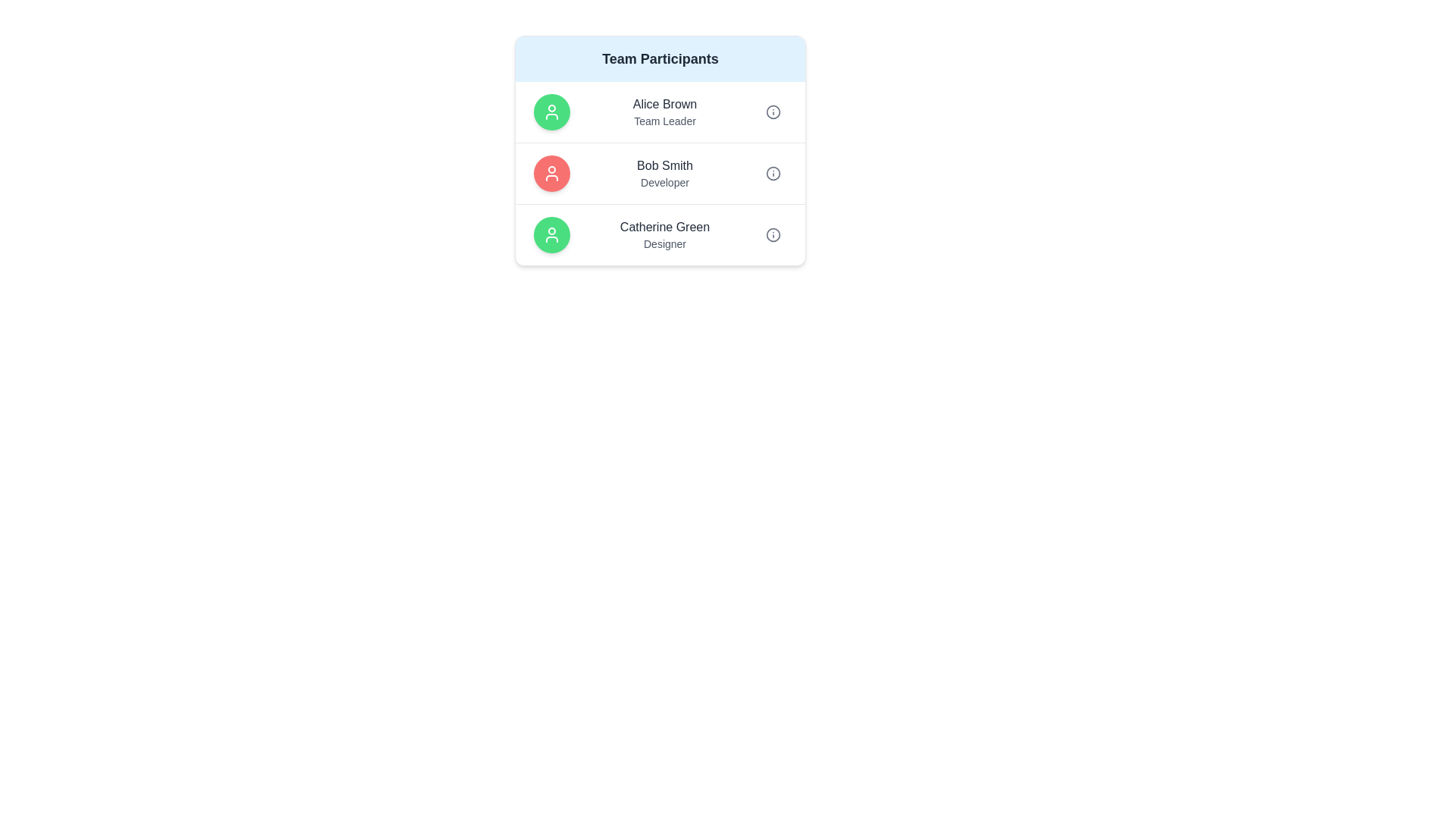  Describe the element at coordinates (773, 234) in the screenshot. I see `the information button located at the right end of the 'Catherine Green Designer' entry in the 'Team Participants' section` at that location.